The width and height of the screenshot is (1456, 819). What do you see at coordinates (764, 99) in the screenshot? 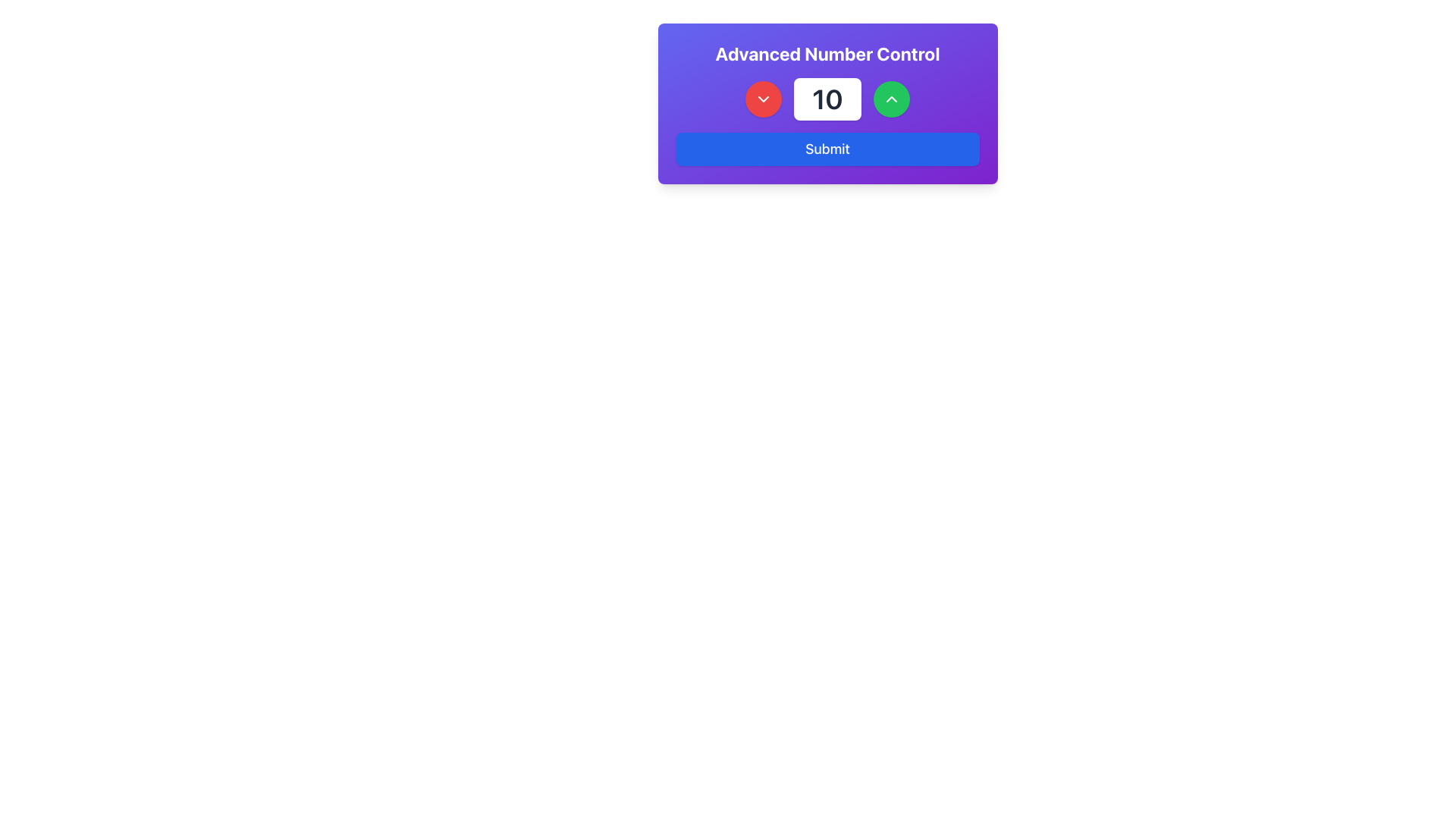
I see `the button that decreases the displayed number, located to the left of the number display box and aligned with the green button on the right of the label 'Advanced Number Control'` at bounding box center [764, 99].